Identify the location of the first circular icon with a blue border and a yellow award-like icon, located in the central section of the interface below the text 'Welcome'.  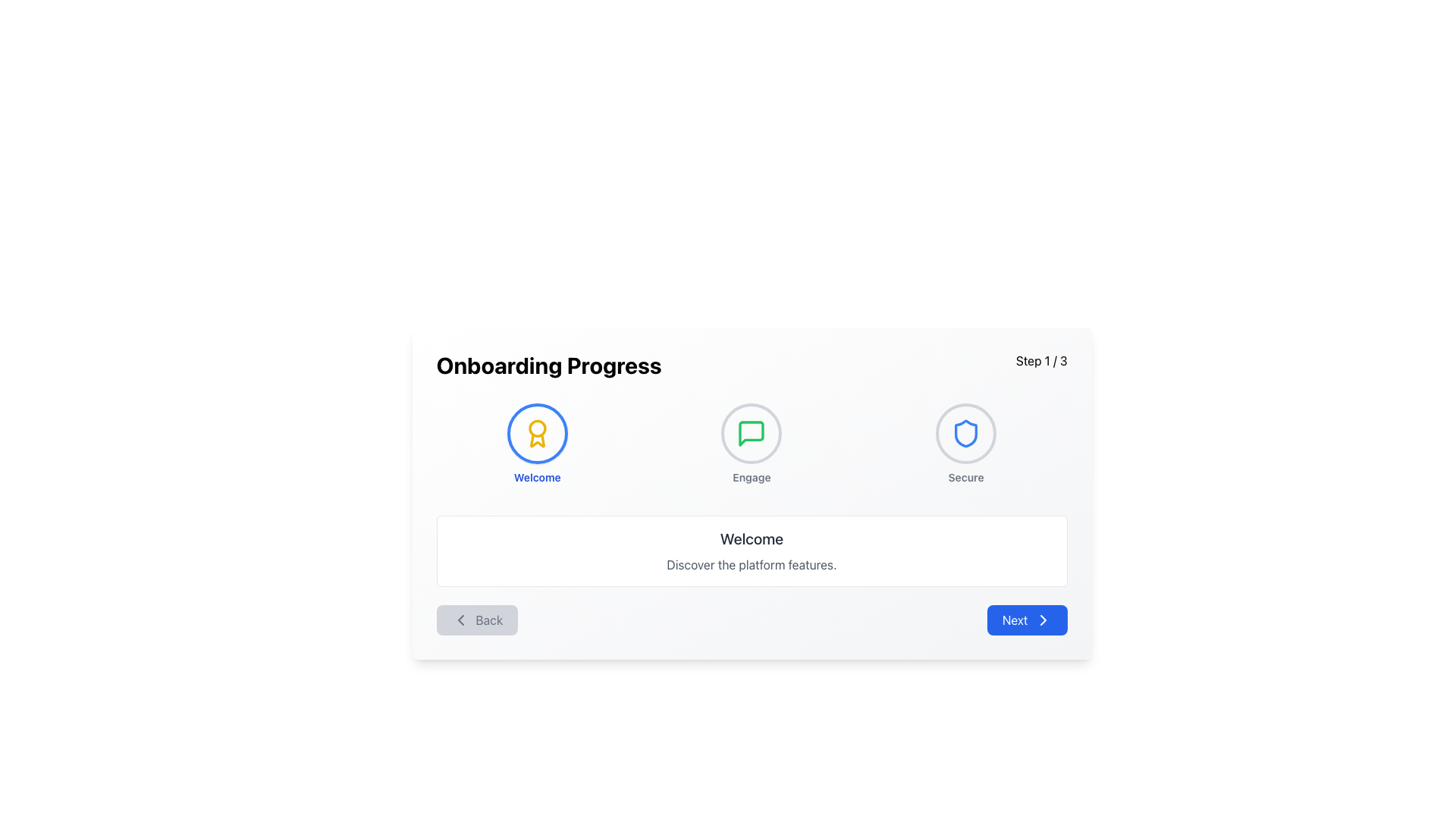
(537, 433).